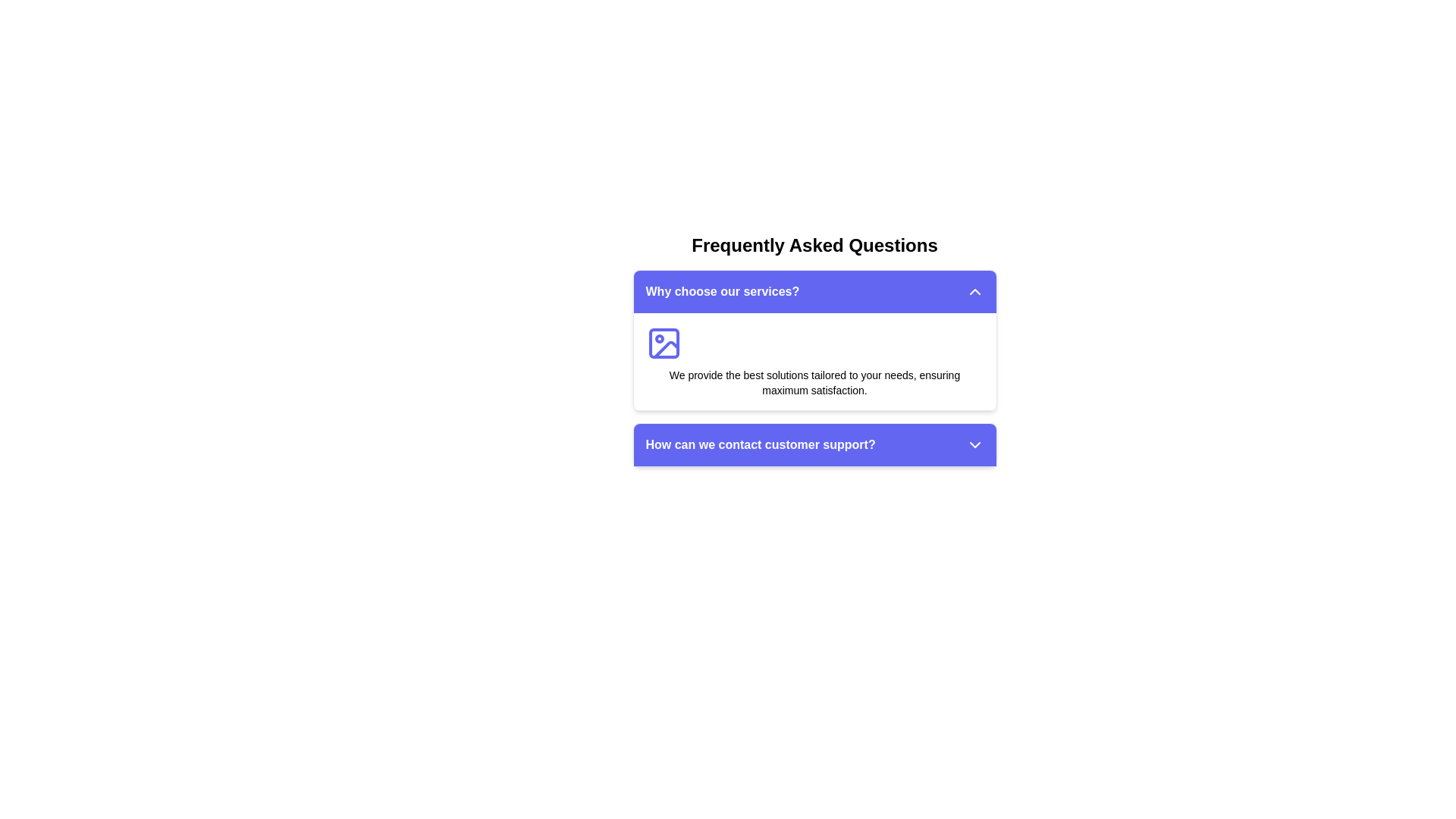  What do you see at coordinates (974, 444) in the screenshot?
I see `the downward-facing chevron icon located at the top-right corner of the bar labeled 'How can we contact customer support?'` at bounding box center [974, 444].